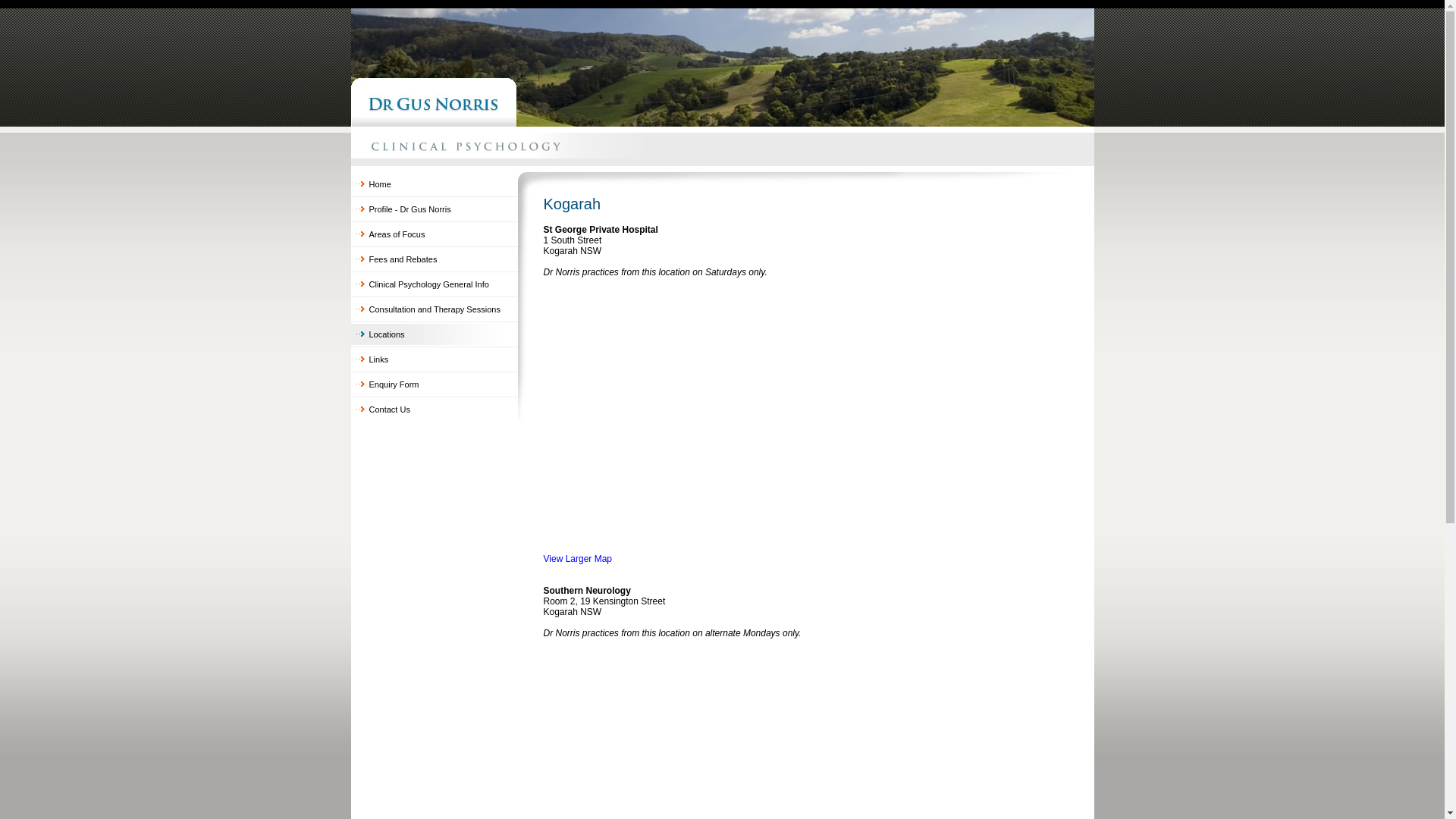 The image size is (1456, 819). I want to click on 'Home', so click(432, 184).